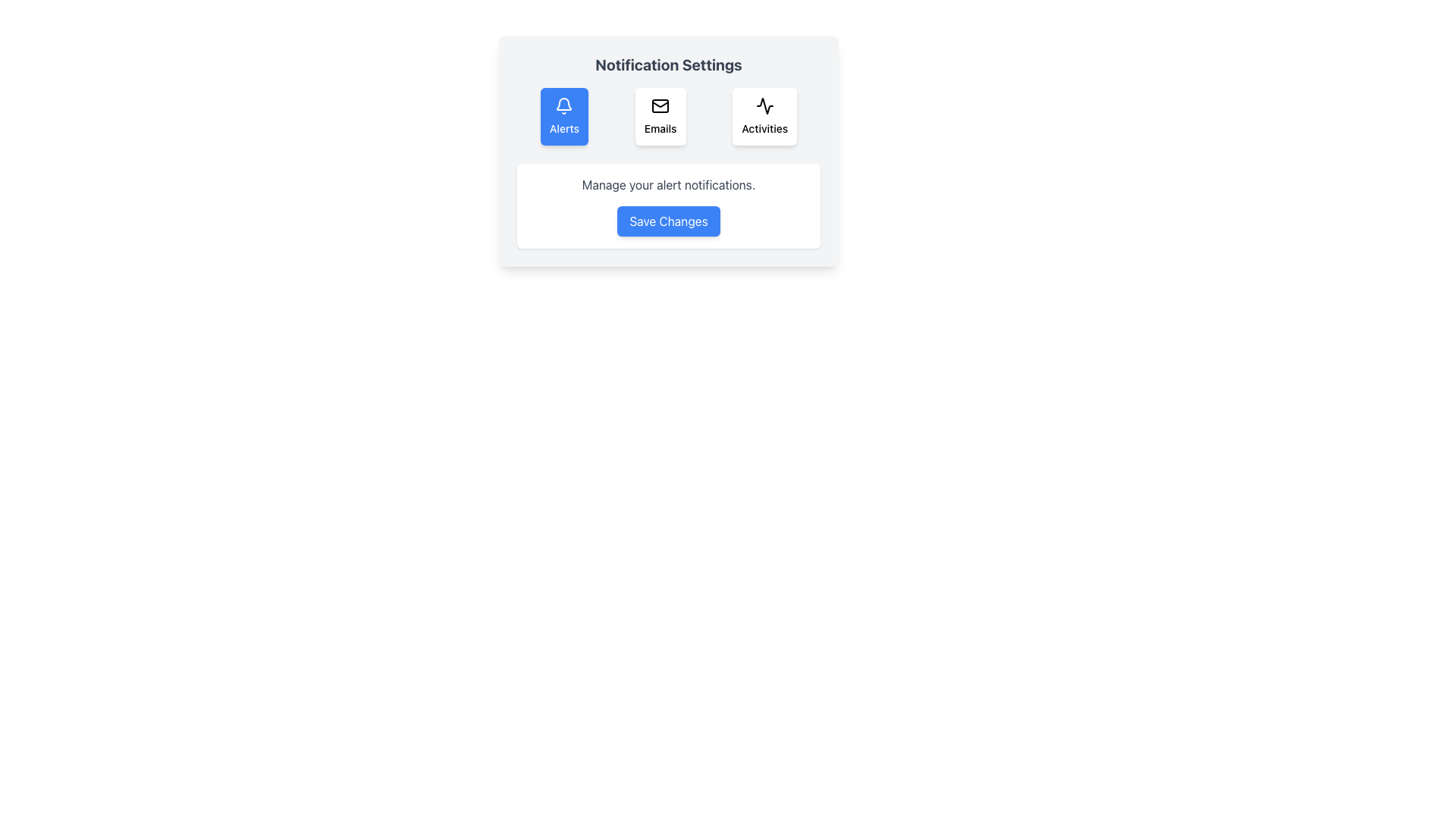  I want to click on the graphical icon representing 'Activities' under 'Notification Settings', which is the third option in a row of three, located to the right of the 'Emails' icon, so click(764, 105).